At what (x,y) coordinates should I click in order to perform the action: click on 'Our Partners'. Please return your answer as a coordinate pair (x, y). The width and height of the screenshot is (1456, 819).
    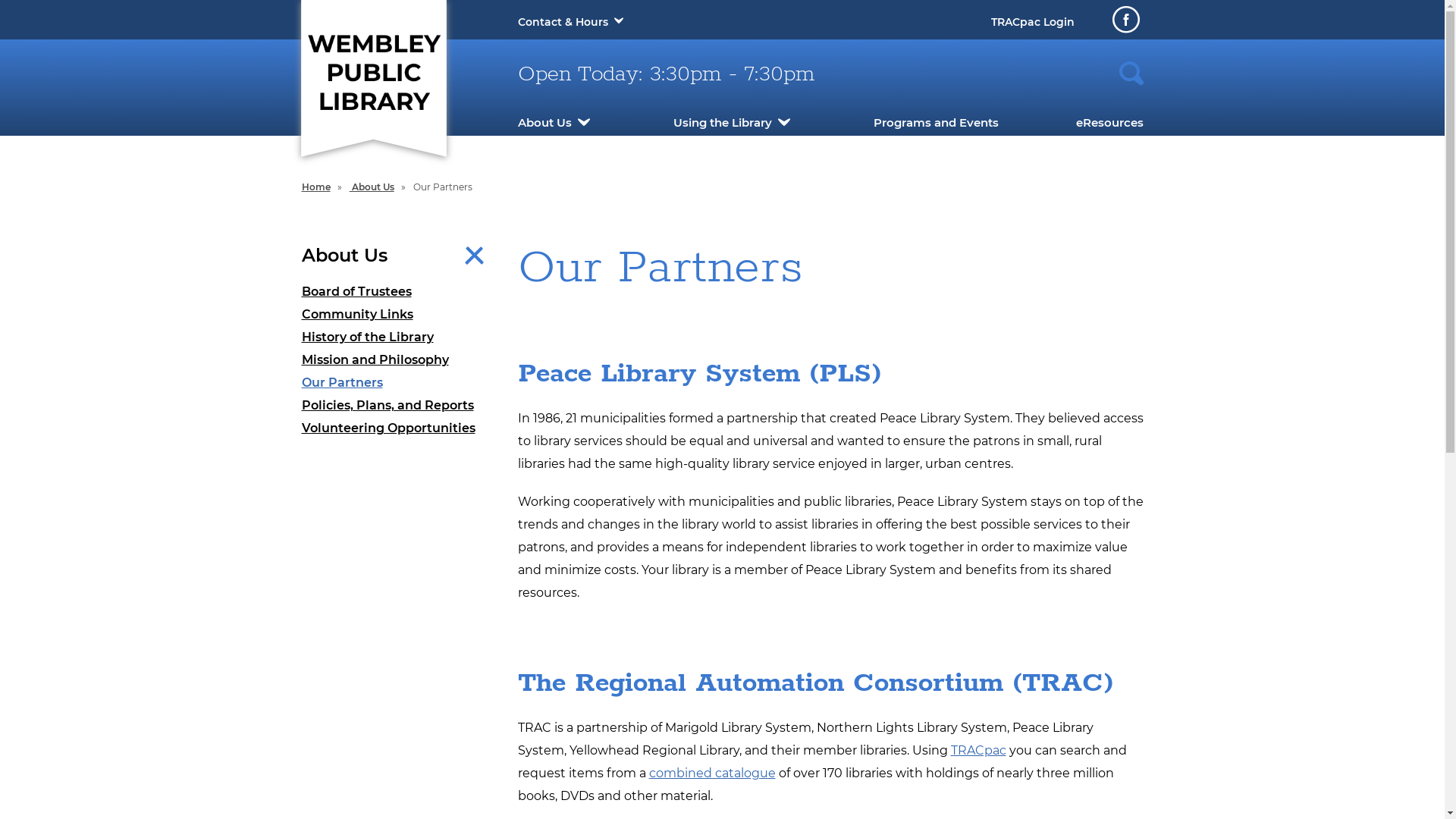
    Looking at the image, I should click on (302, 382).